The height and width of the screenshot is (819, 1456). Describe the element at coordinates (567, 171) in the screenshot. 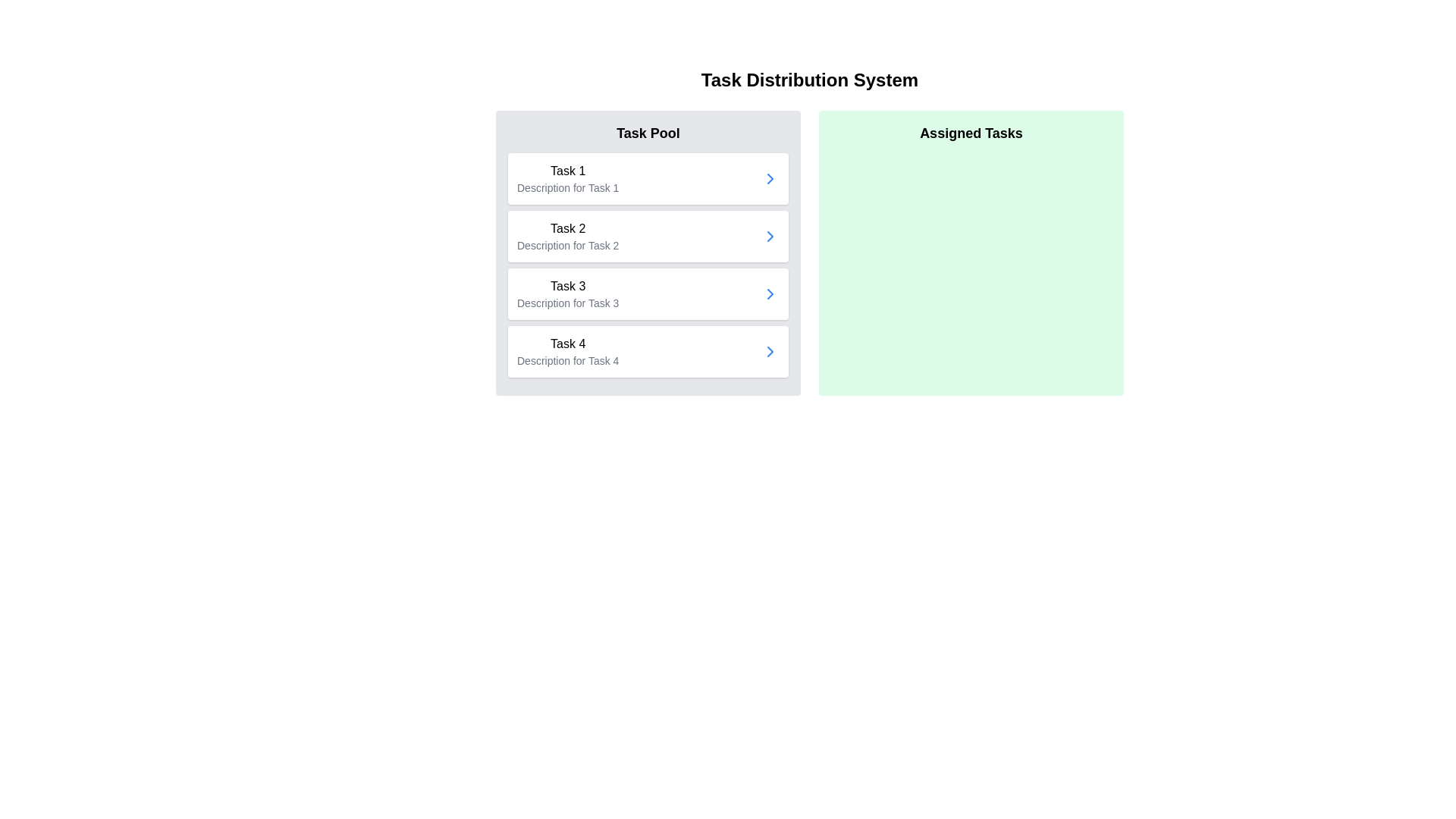

I see `text label that displays the title of the task, located at the top of the 'Task Pool' section, which is the first line of text within a task card` at that location.